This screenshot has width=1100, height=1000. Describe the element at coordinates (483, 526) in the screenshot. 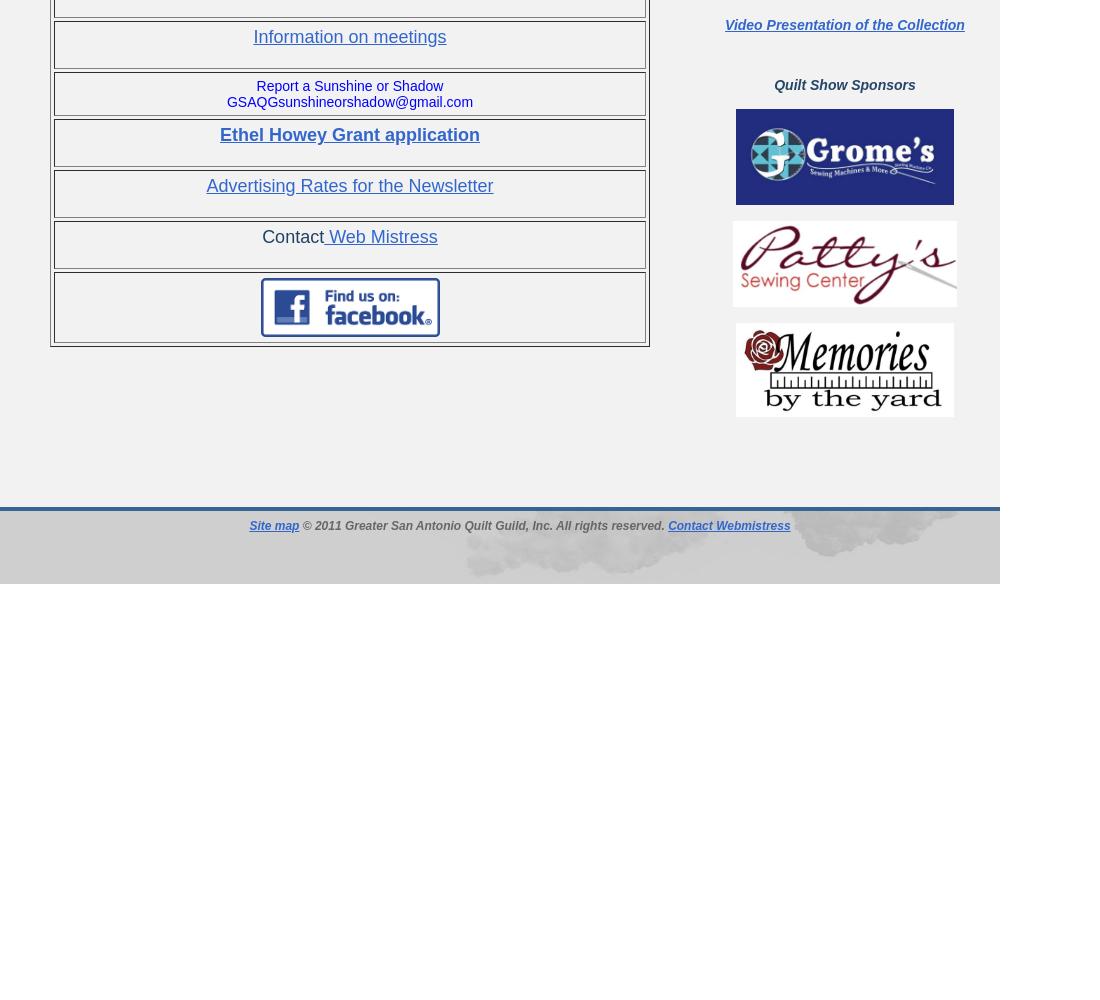

I see `'© 2011 Greater San Antonio Quilt Guild, Inc.  All rights reserved.'` at that location.